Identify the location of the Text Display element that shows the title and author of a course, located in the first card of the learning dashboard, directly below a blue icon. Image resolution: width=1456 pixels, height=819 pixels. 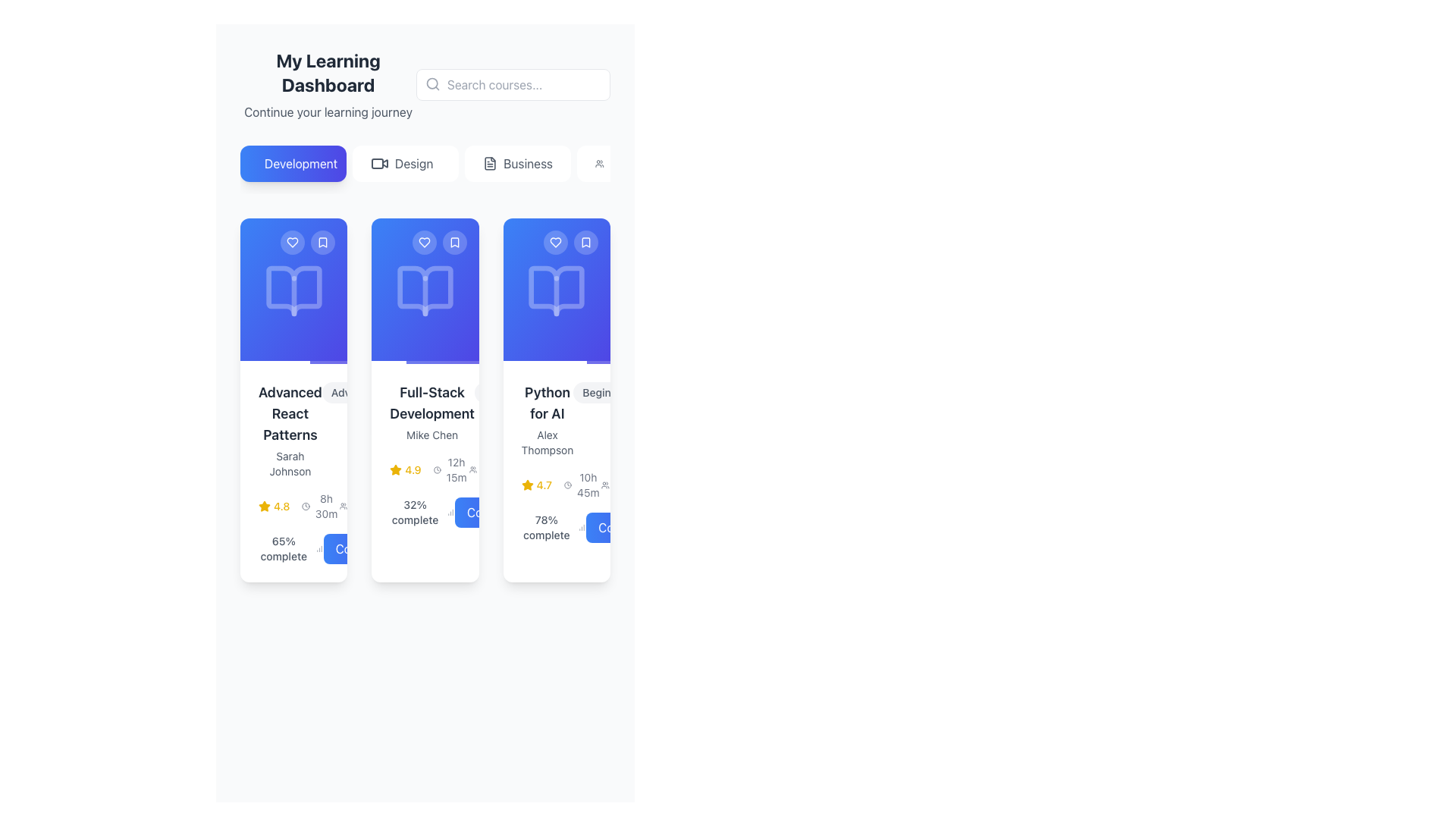
(290, 430).